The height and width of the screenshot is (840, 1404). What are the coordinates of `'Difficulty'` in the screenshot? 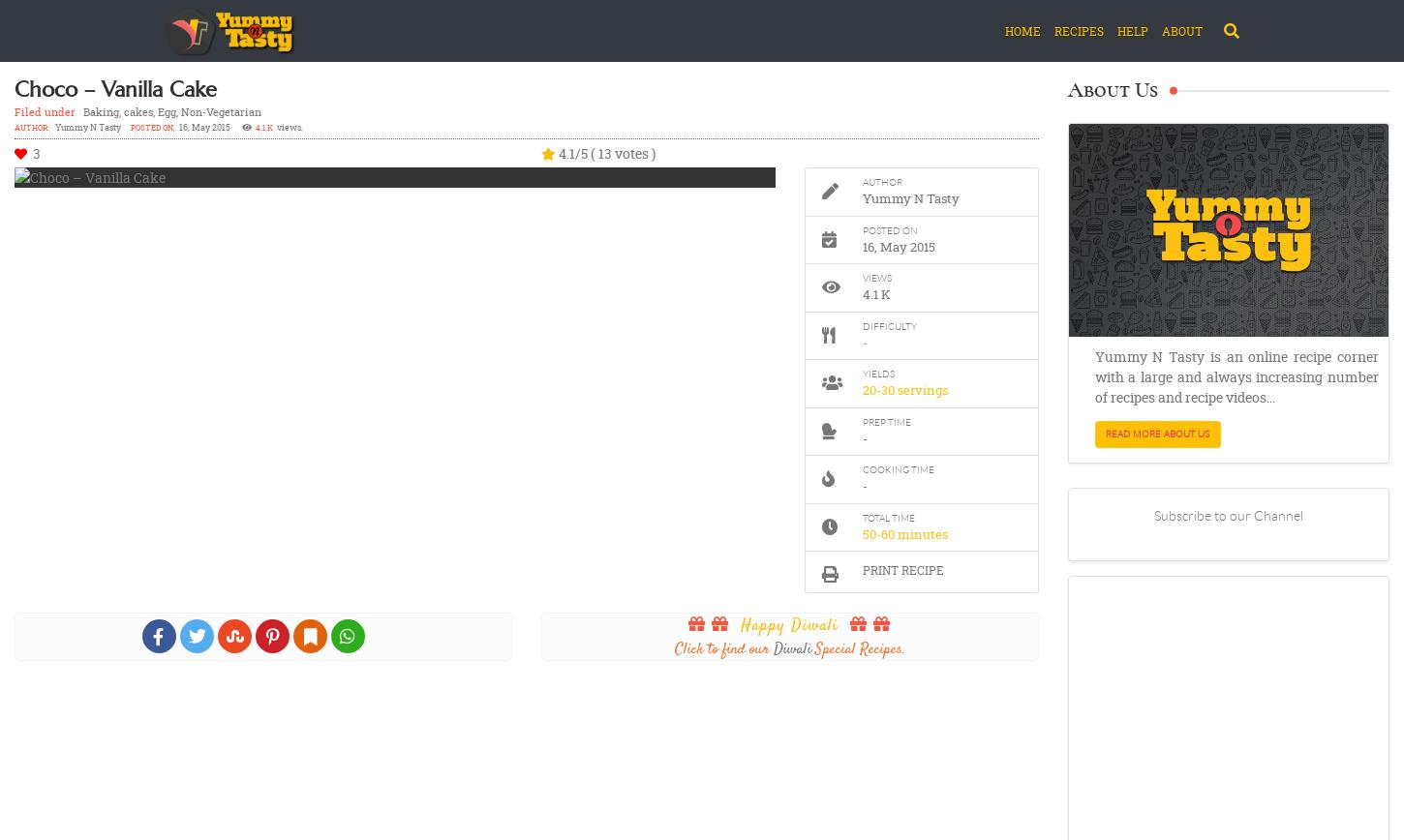 It's located at (887, 325).